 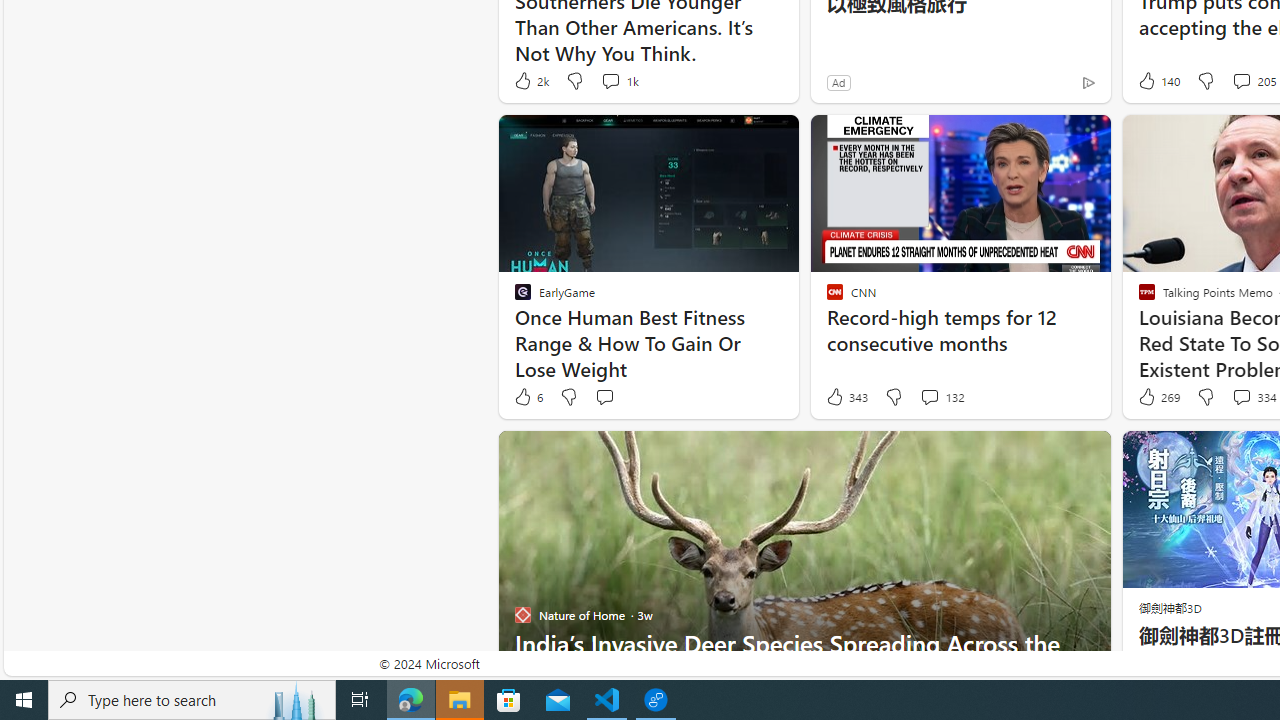 I want to click on 'View comments 1k Comment', so click(x=609, y=80).